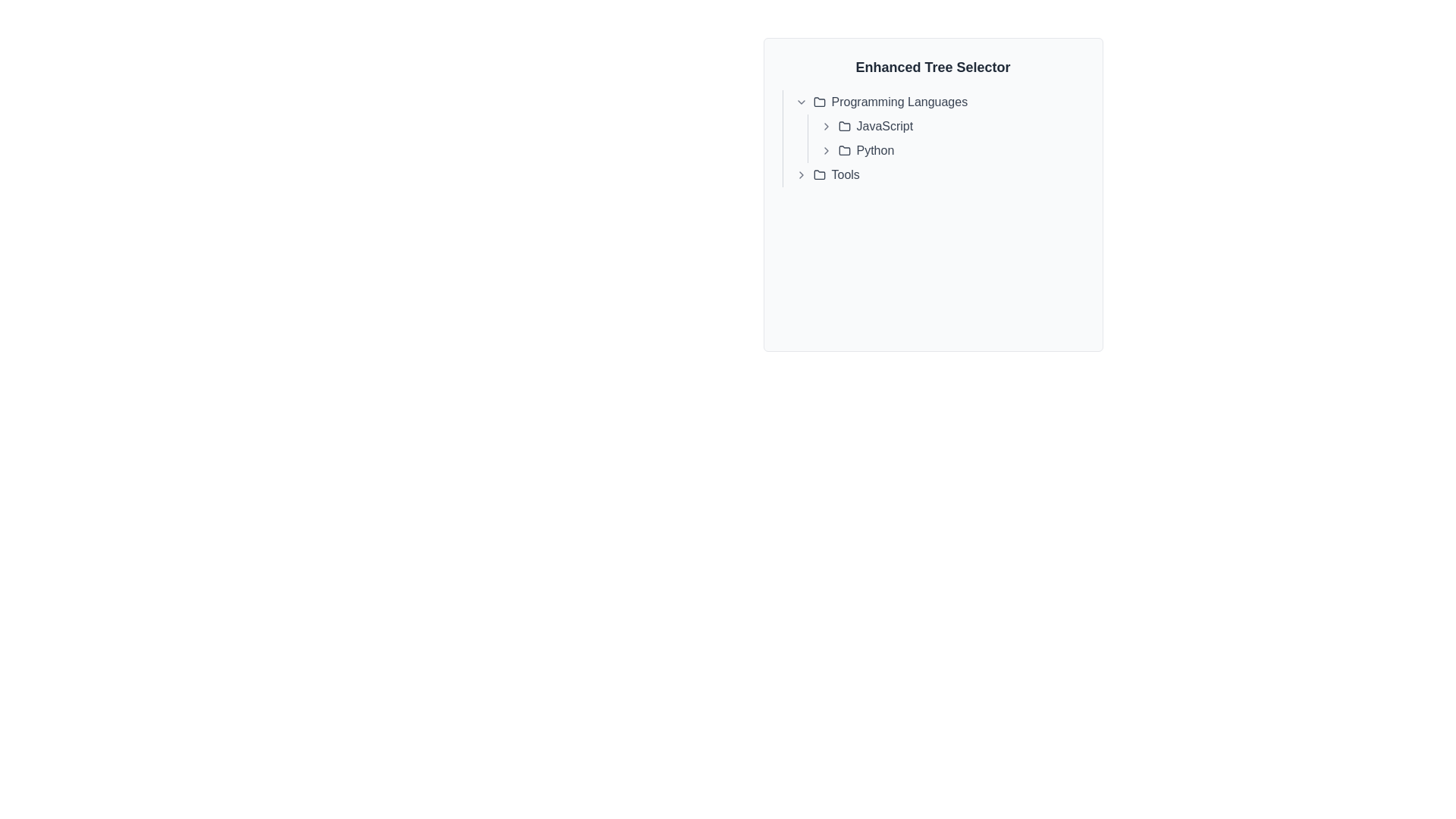 The height and width of the screenshot is (819, 1456). I want to click on the text label displaying 'Python', so click(875, 151).